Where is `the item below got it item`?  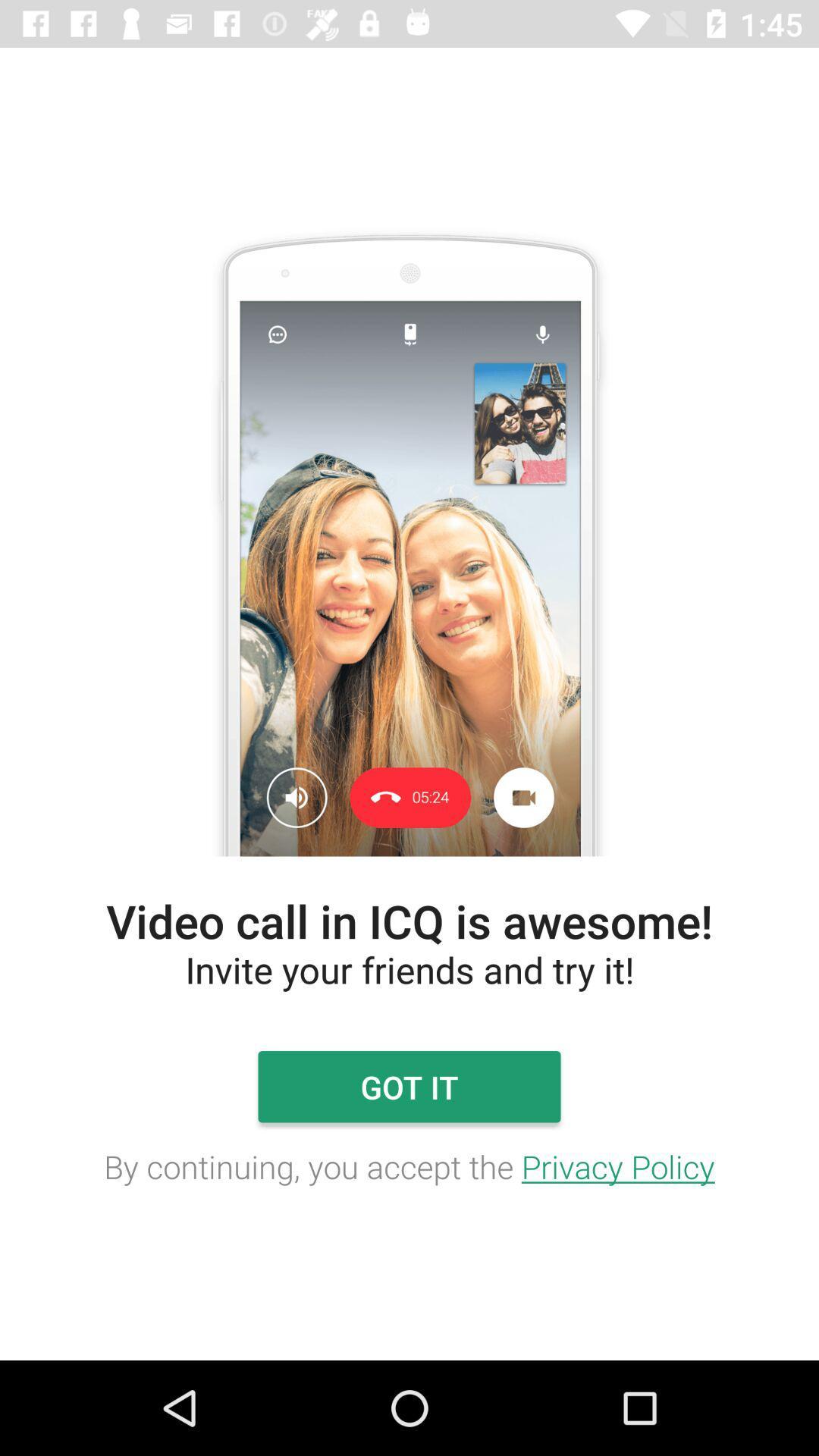 the item below got it item is located at coordinates (409, 1166).